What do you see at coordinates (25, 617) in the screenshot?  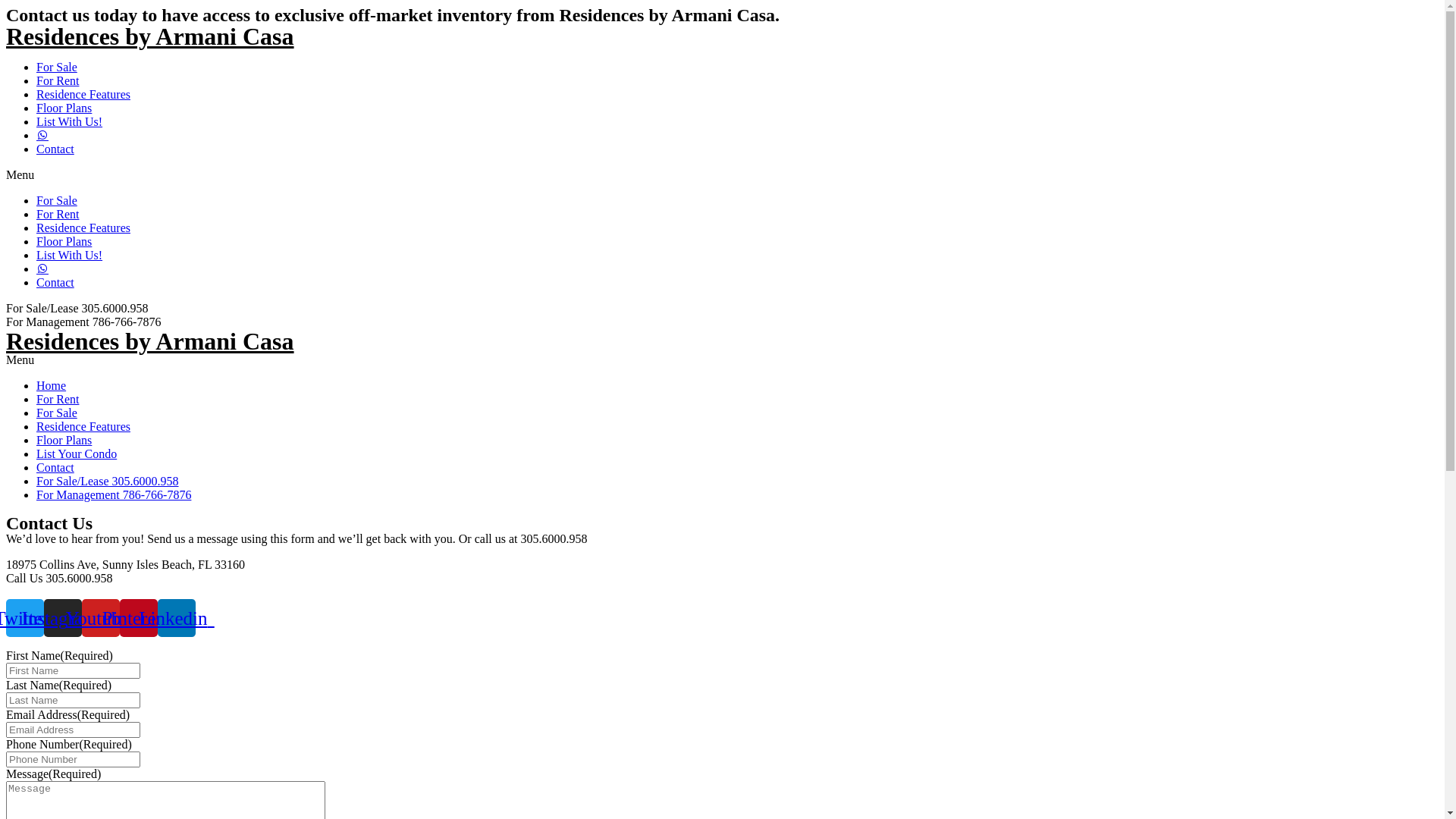 I see `'Twitter'` at bounding box center [25, 617].